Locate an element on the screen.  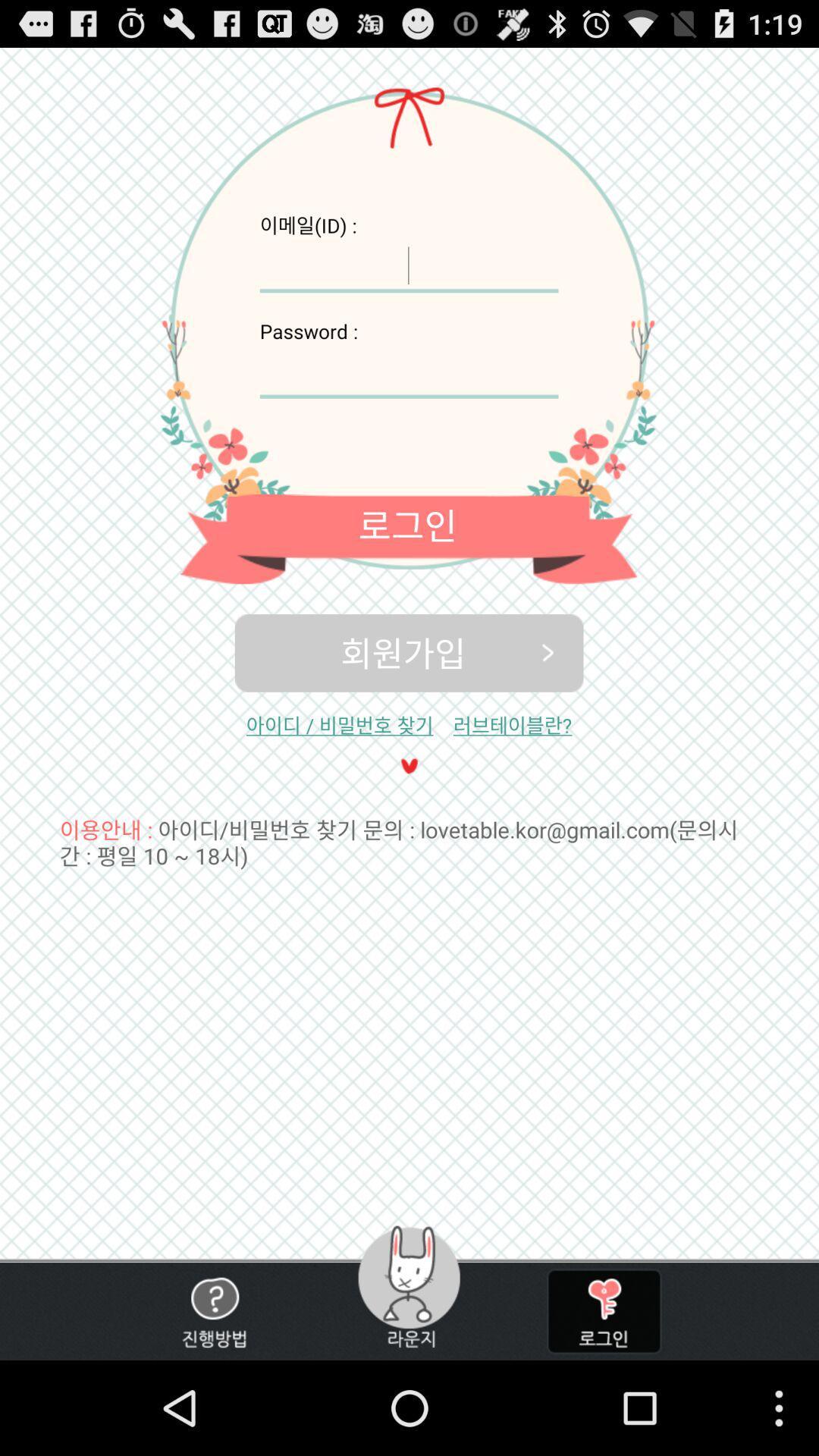
opens help is located at coordinates (214, 1310).